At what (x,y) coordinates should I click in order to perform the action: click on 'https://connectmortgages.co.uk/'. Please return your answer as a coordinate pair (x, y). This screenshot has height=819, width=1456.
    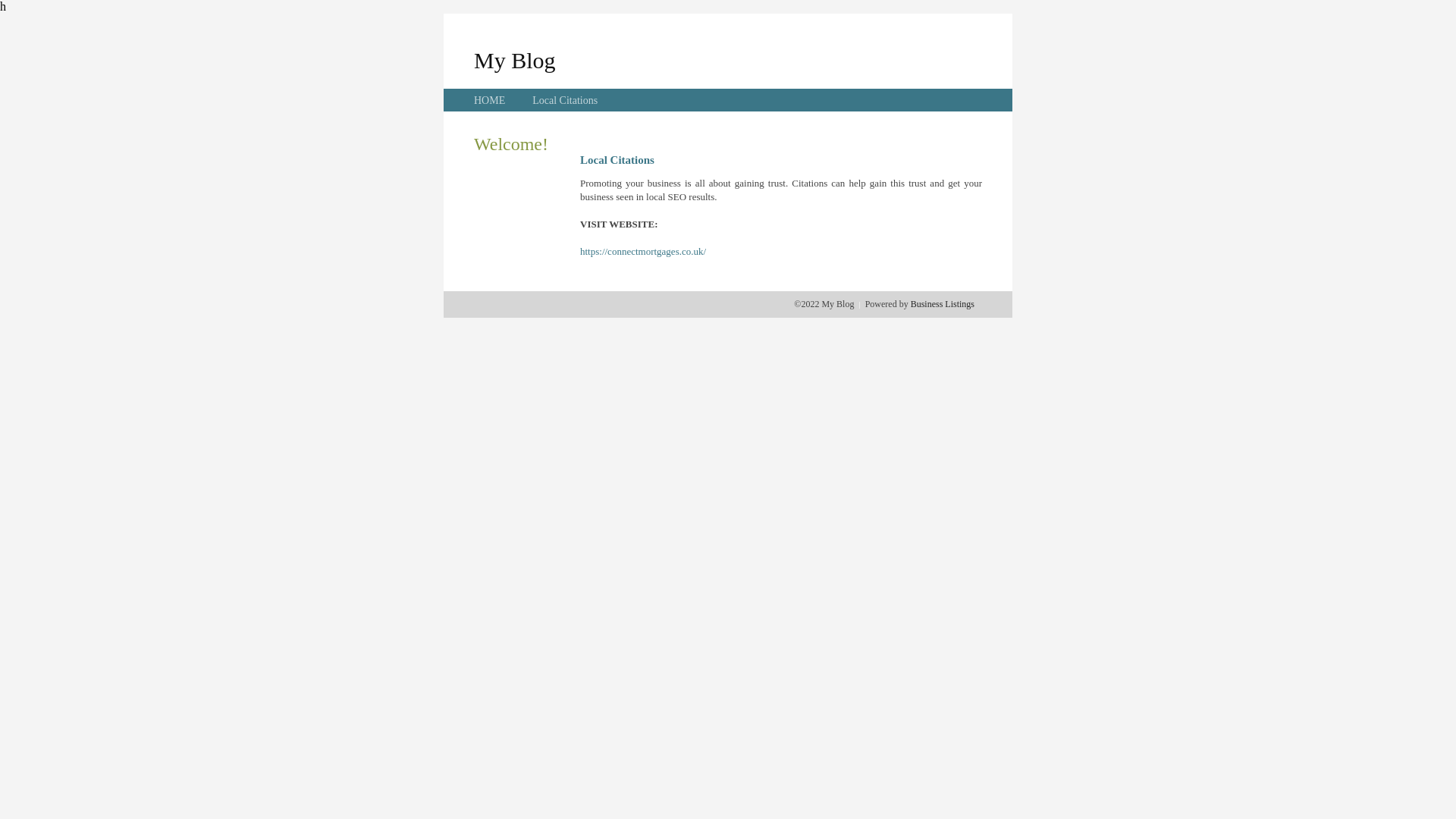
    Looking at the image, I should click on (643, 250).